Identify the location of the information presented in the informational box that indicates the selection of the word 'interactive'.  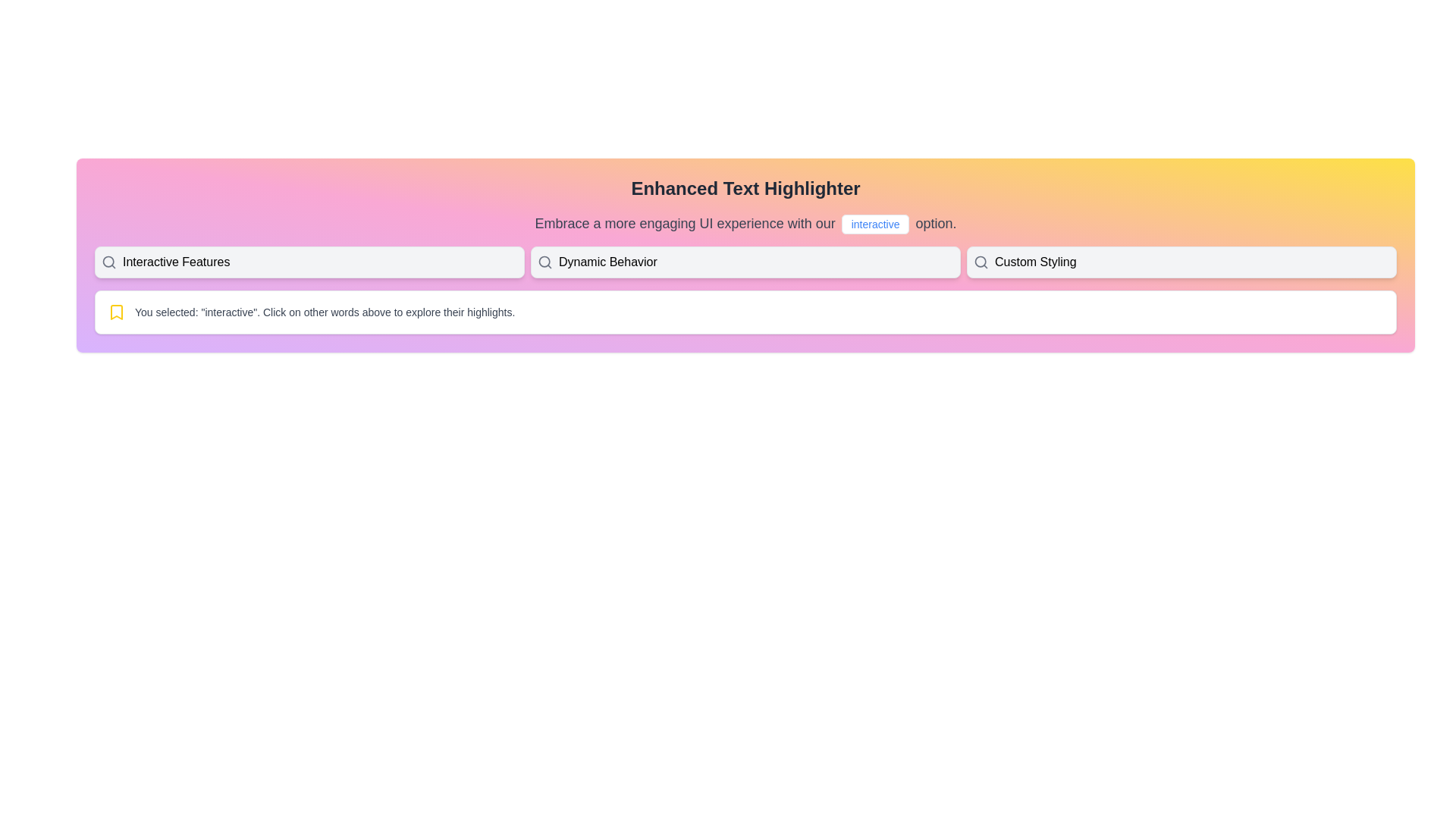
(745, 312).